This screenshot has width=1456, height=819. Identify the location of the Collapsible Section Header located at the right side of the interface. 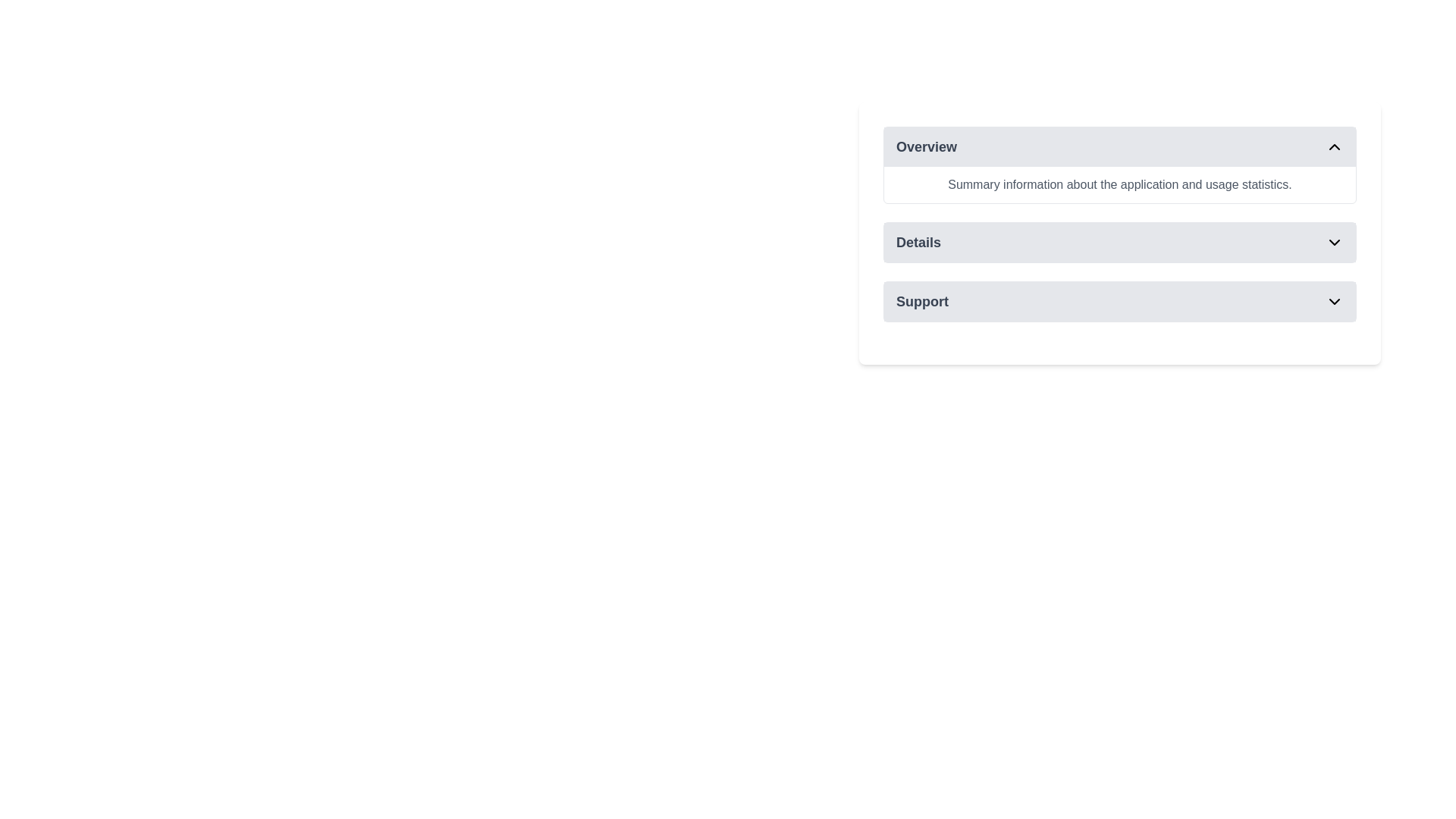
(1120, 165).